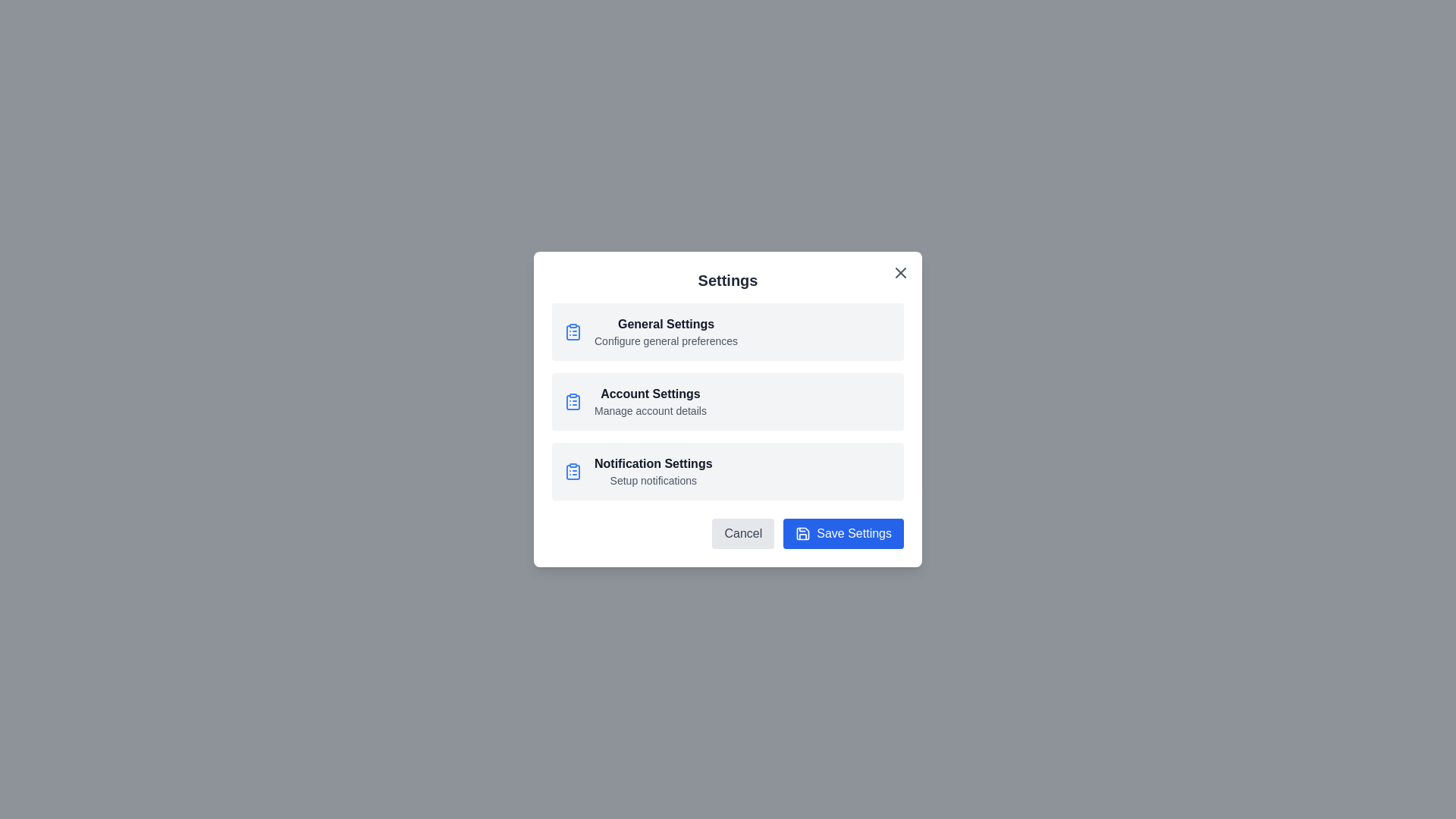 This screenshot has width=1456, height=819. What do you see at coordinates (843, 533) in the screenshot?
I see `the save button located at the bottom-right of the modal dialog` at bounding box center [843, 533].